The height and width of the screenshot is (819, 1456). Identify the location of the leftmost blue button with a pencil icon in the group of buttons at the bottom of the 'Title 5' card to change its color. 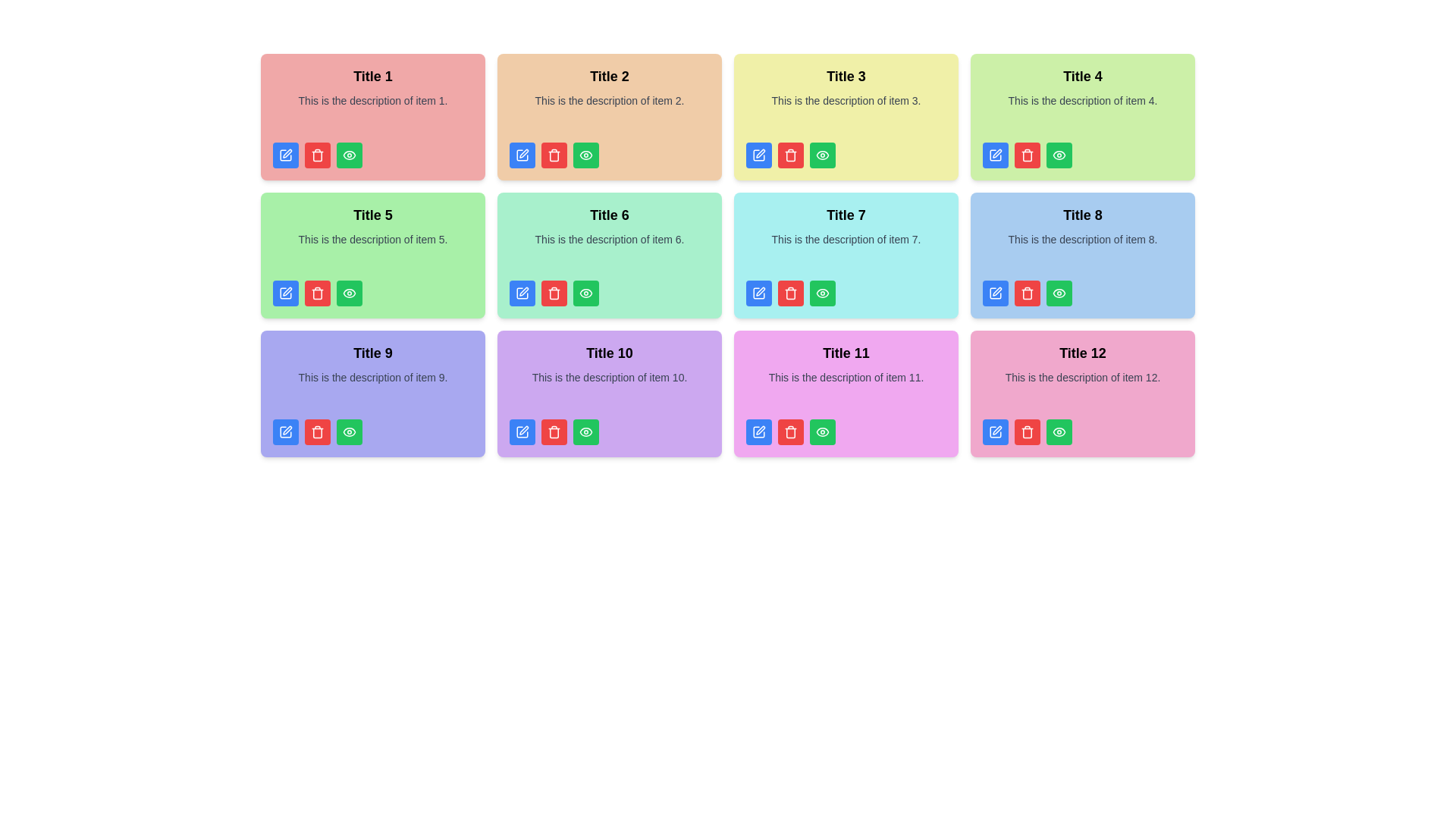
(286, 293).